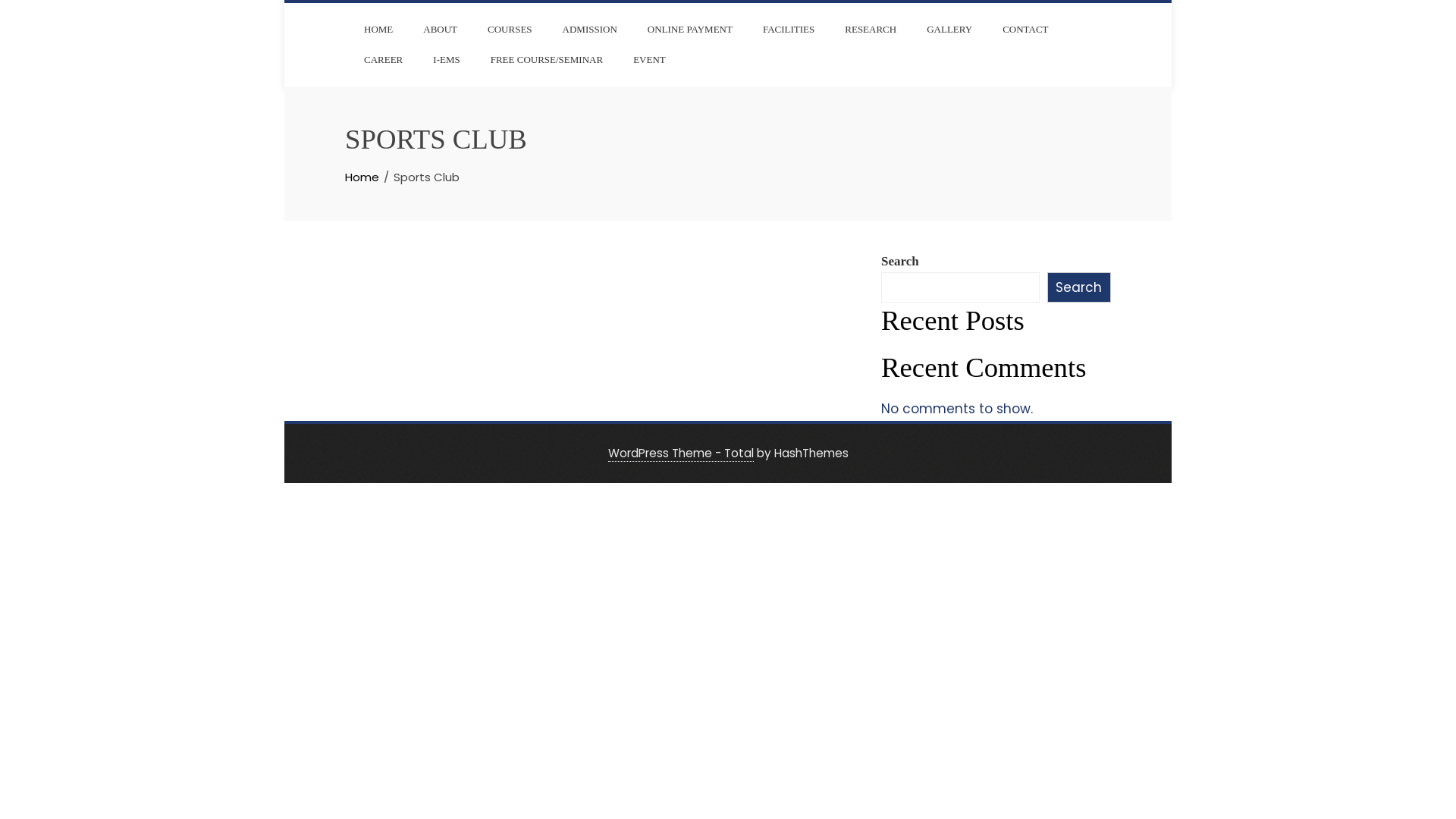 Image resolution: width=1456 pixels, height=819 pixels. Describe the element at coordinates (751, 29) in the screenshot. I see `'FACILITIES'` at that location.